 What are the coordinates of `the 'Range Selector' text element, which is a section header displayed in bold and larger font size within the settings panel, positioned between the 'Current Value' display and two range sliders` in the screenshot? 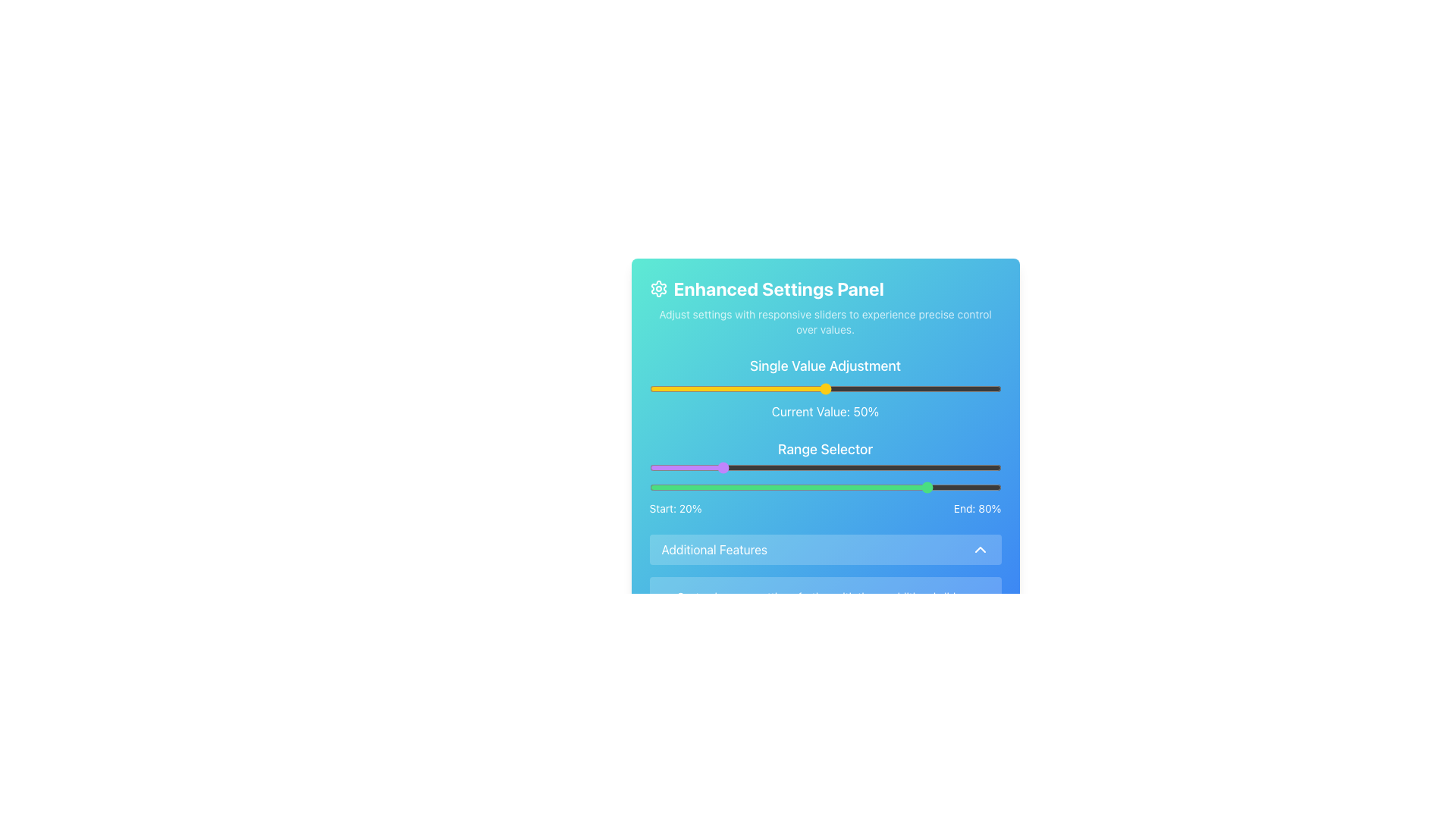 It's located at (824, 449).